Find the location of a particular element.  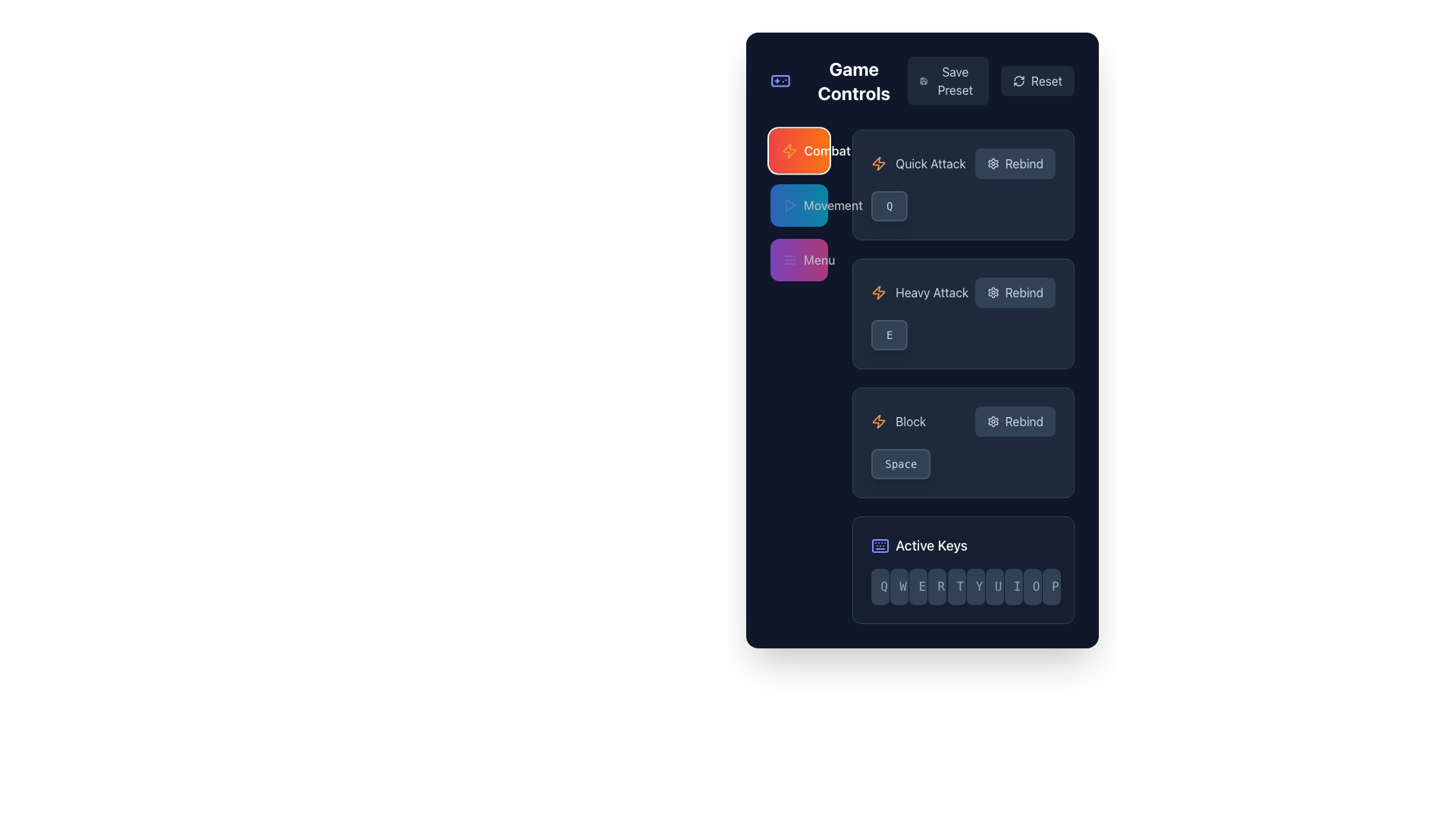

the Text display box that displays the letter 'Q', which is styled with a dark slate background and lighter slate text, located in the upper-right section of the interface associated with the 'Quick Attack' control is located at coordinates (890, 206).